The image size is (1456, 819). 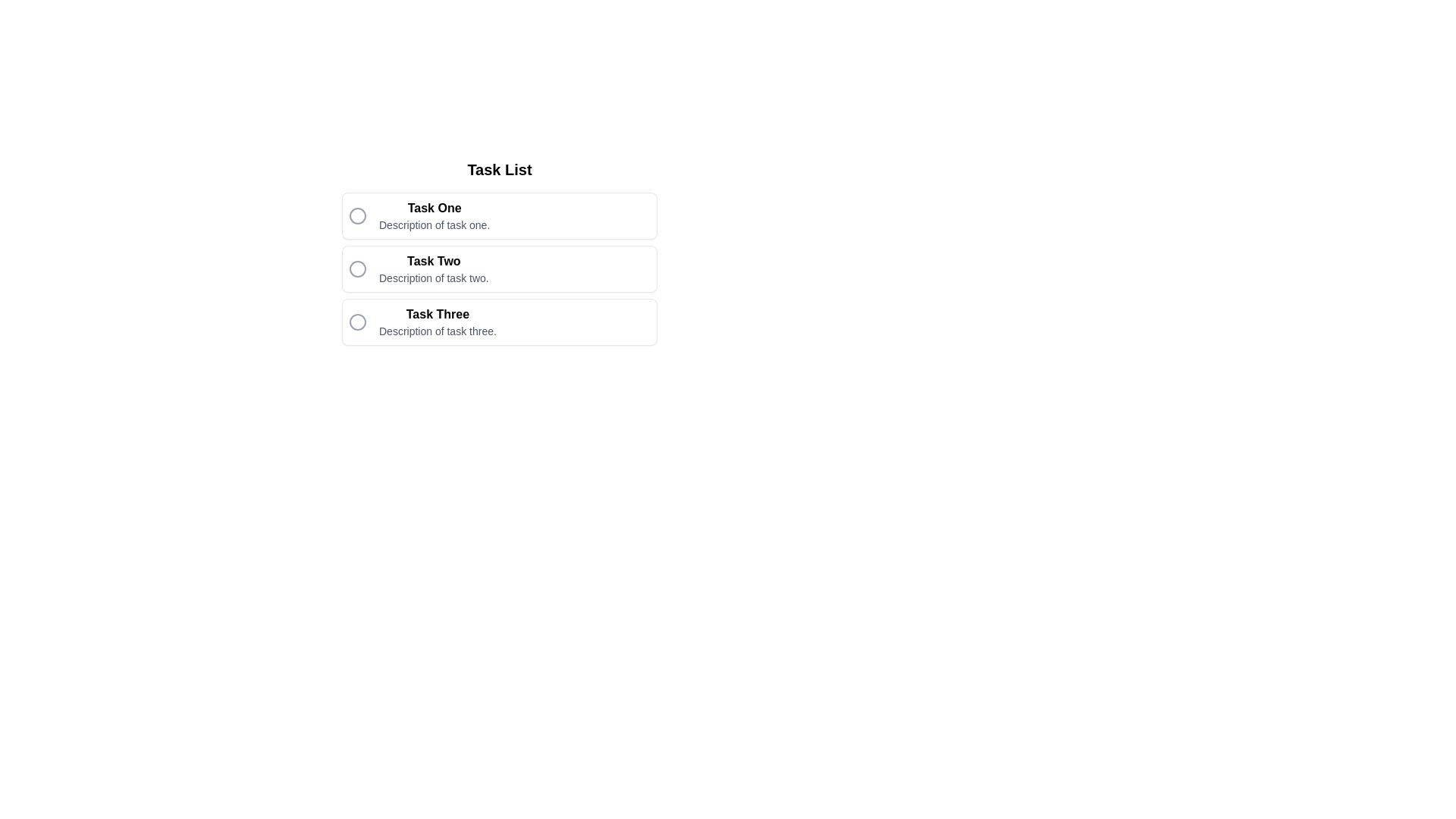 I want to click on text 'Task One' and 'Description of task one.' from the first card in the vertically stacked list, located below the 'Task List' heading, so click(x=434, y=216).